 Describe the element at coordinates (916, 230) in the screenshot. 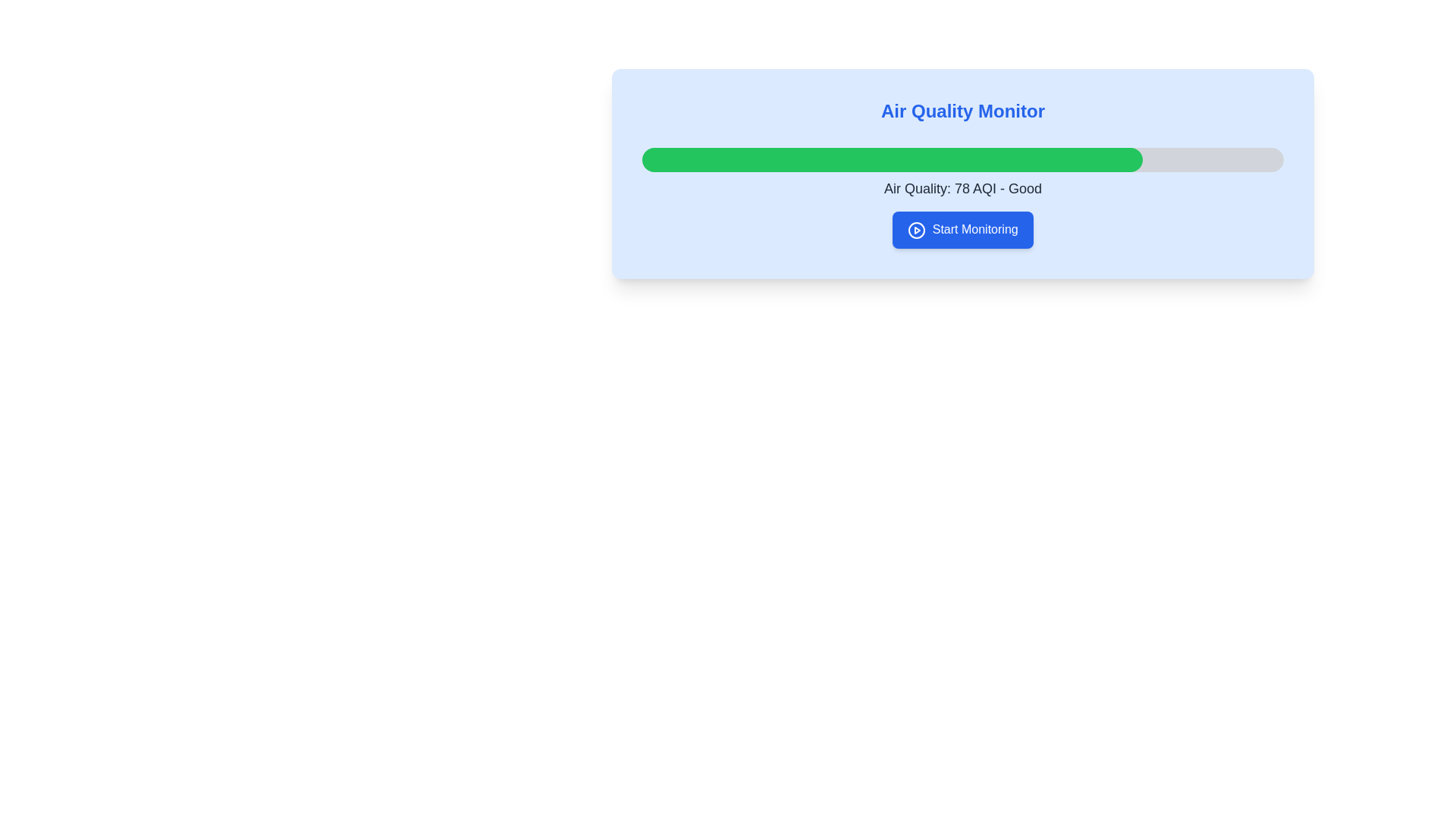

I see `the circle icon within the blue 'Start Monitoring' button located at the bottom-right of the card to initiate the action` at that location.